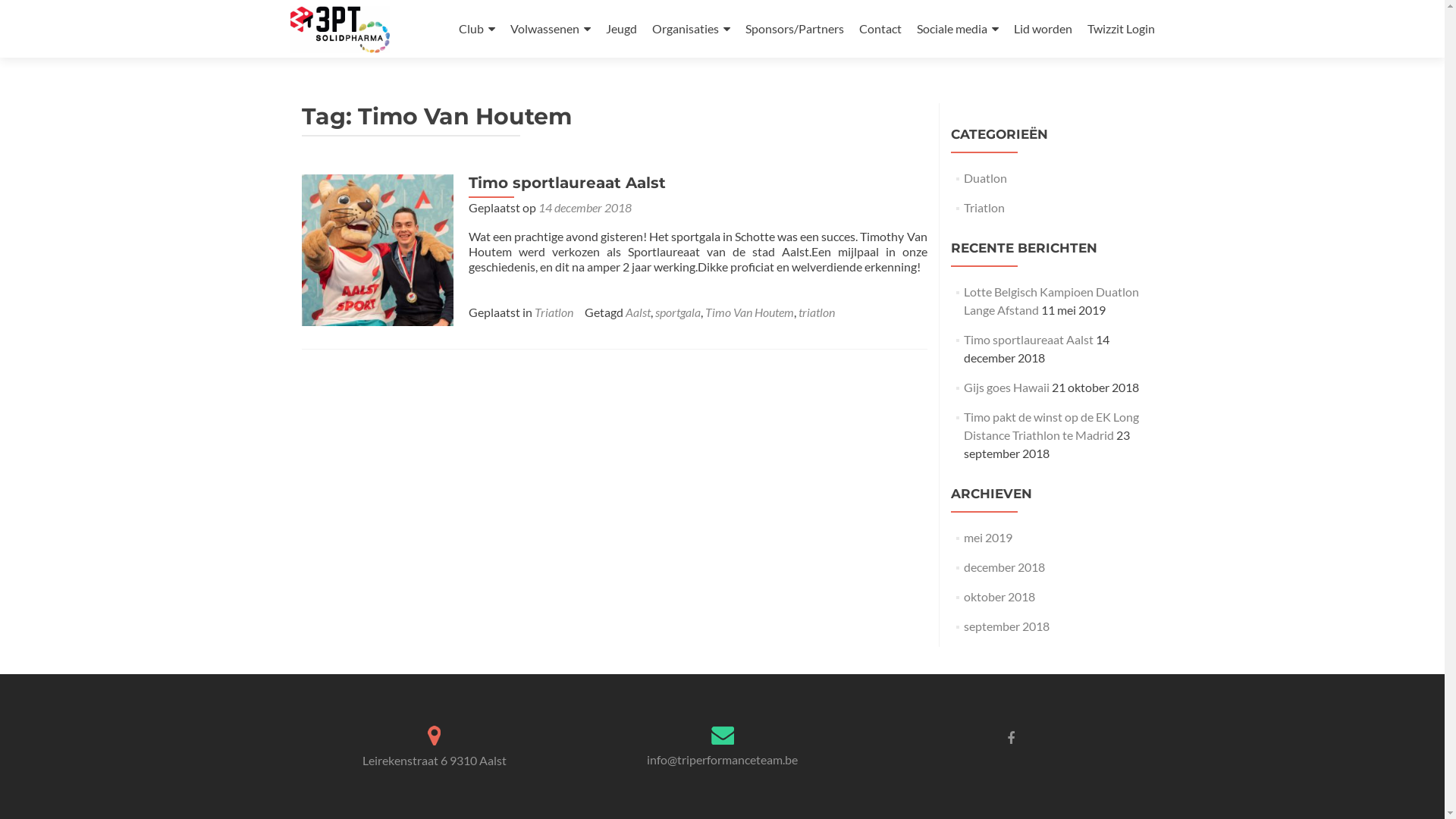 This screenshot has width=1456, height=819. Describe the element at coordinates (956, 29) in the screenshot. I see `'Sociale media'` at that location.